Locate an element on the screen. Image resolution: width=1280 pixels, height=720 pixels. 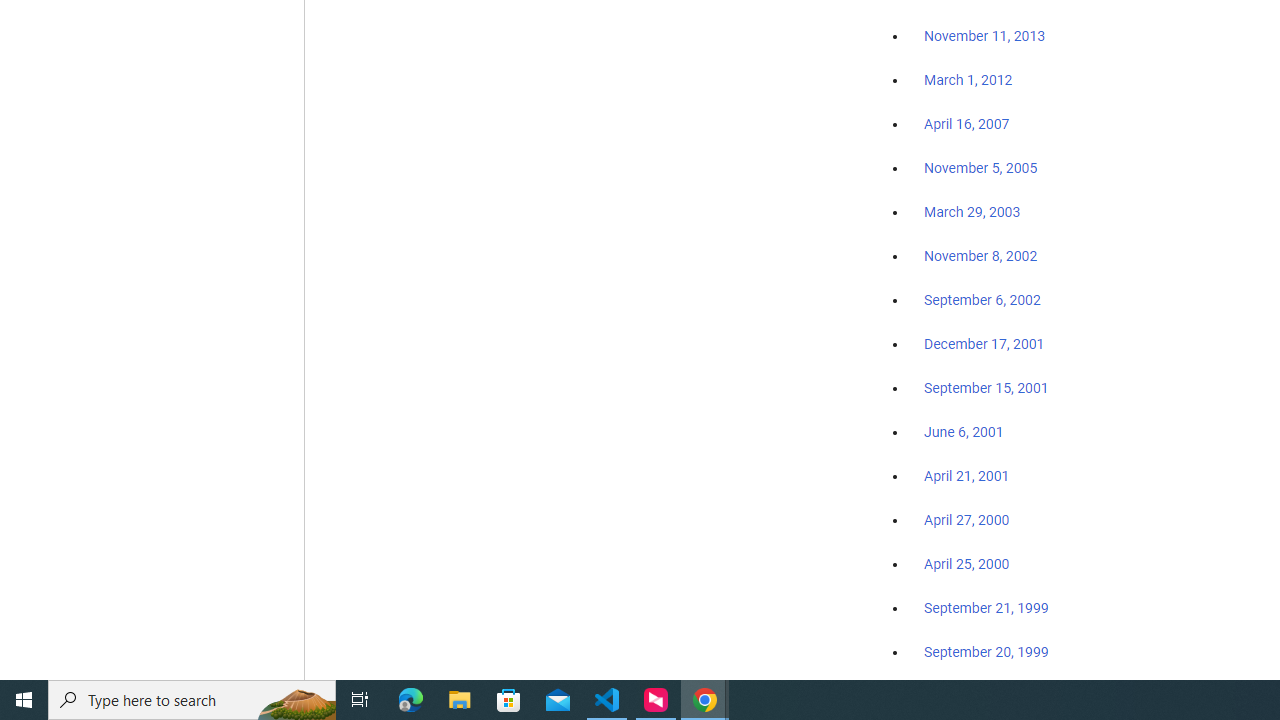
'December 17, 2001' is located at coordinates (984, 342).